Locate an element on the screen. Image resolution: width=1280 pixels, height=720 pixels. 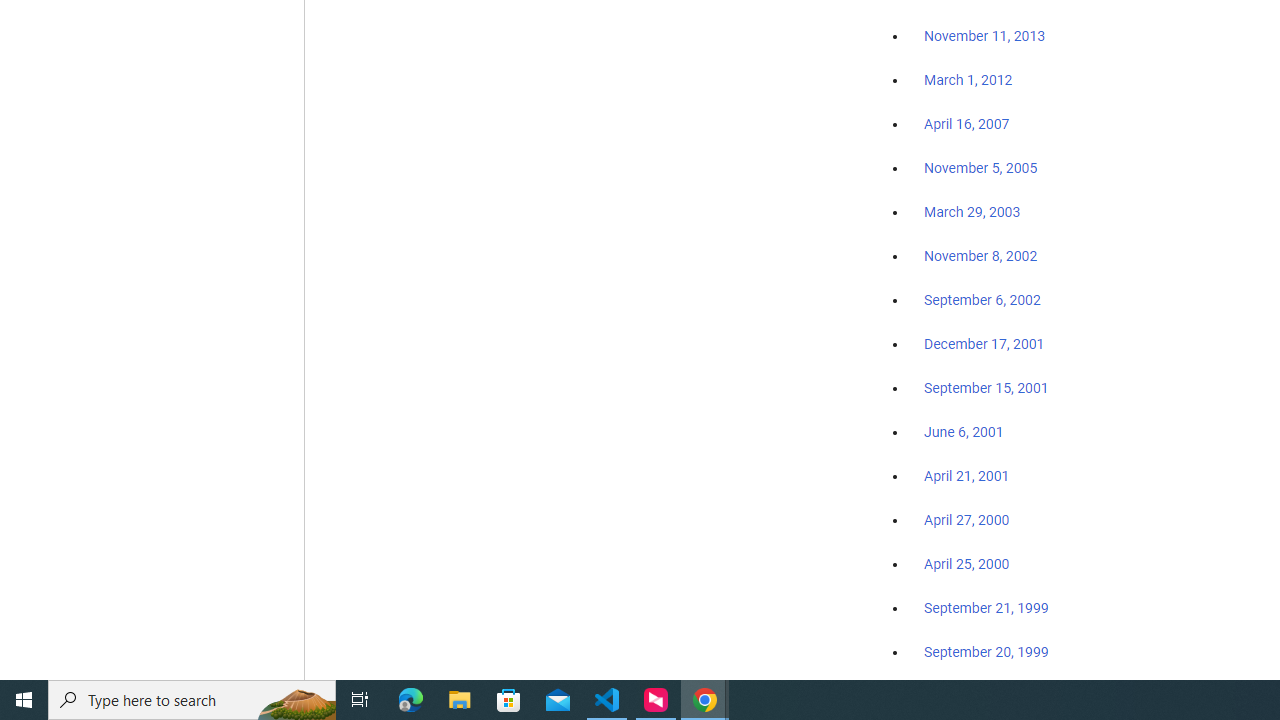
'December 17, 2001' is located at coordinates (984, 342).